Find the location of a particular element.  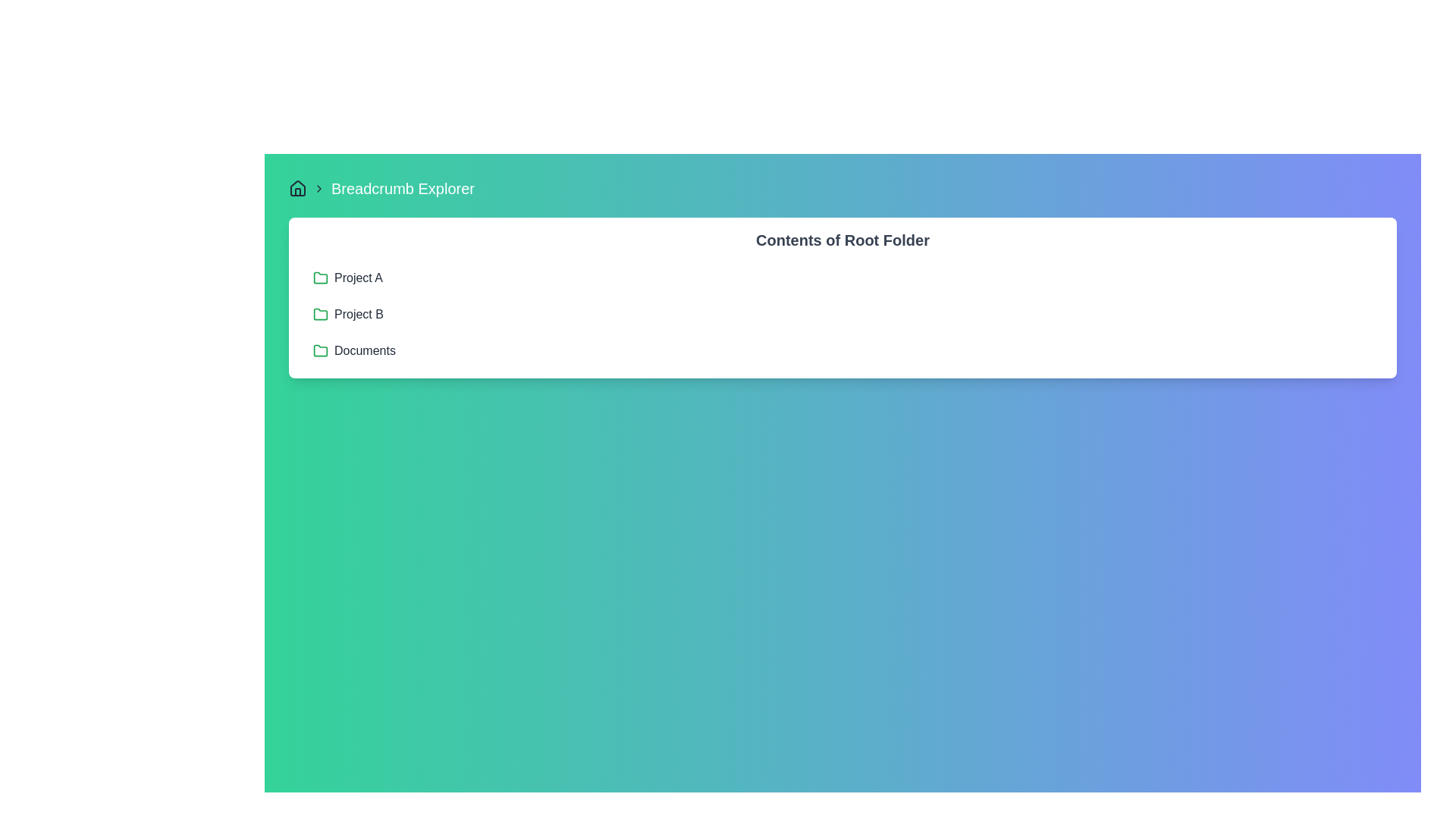

the Folder icon that is part of a green icon is located at coordinates (319, 312).